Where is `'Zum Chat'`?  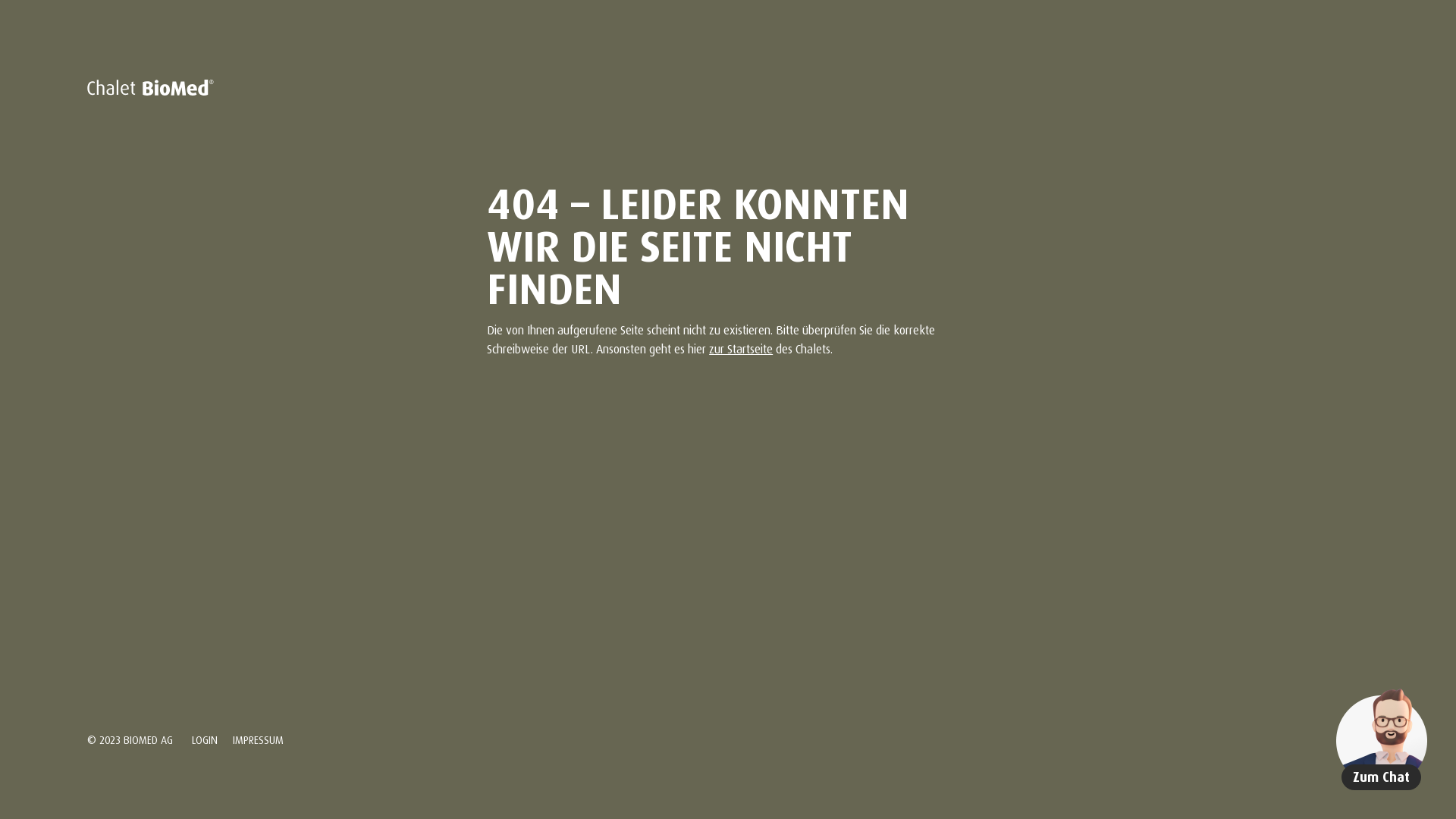 'Zum Chat' is located at coordinates (1382, 736).